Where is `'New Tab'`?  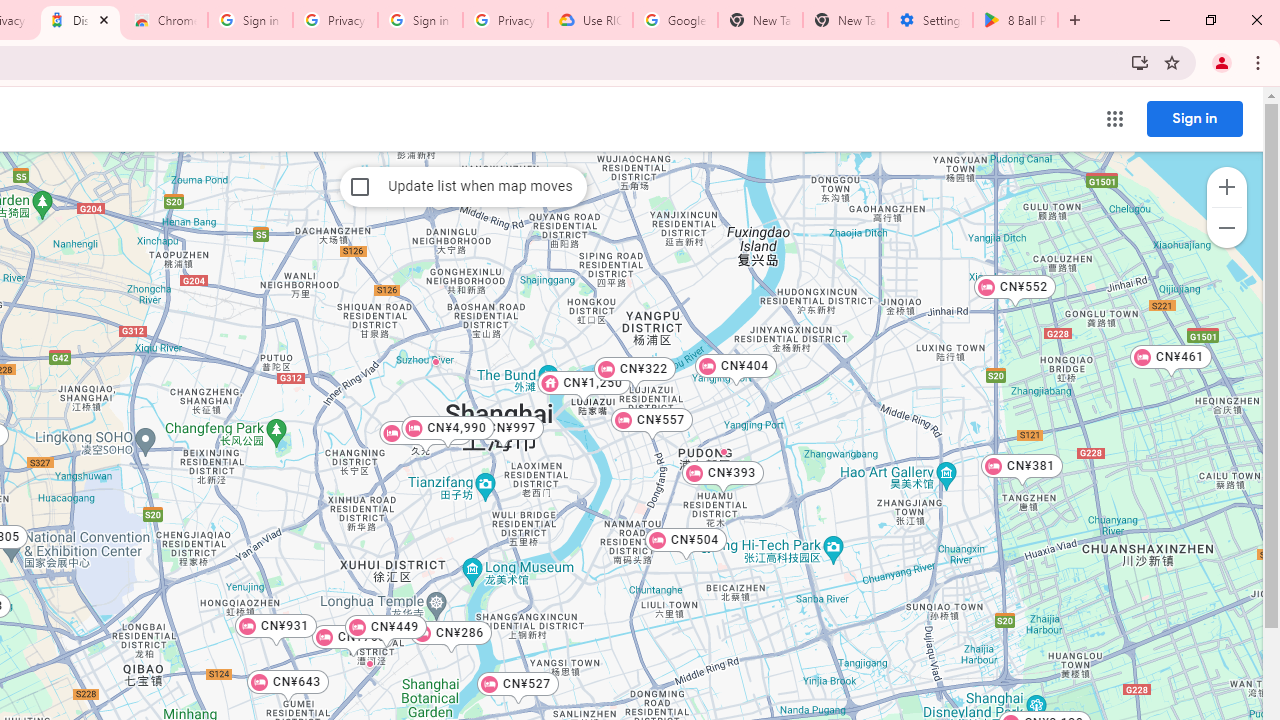
'New Tab' is located at coordinates (845, 20).